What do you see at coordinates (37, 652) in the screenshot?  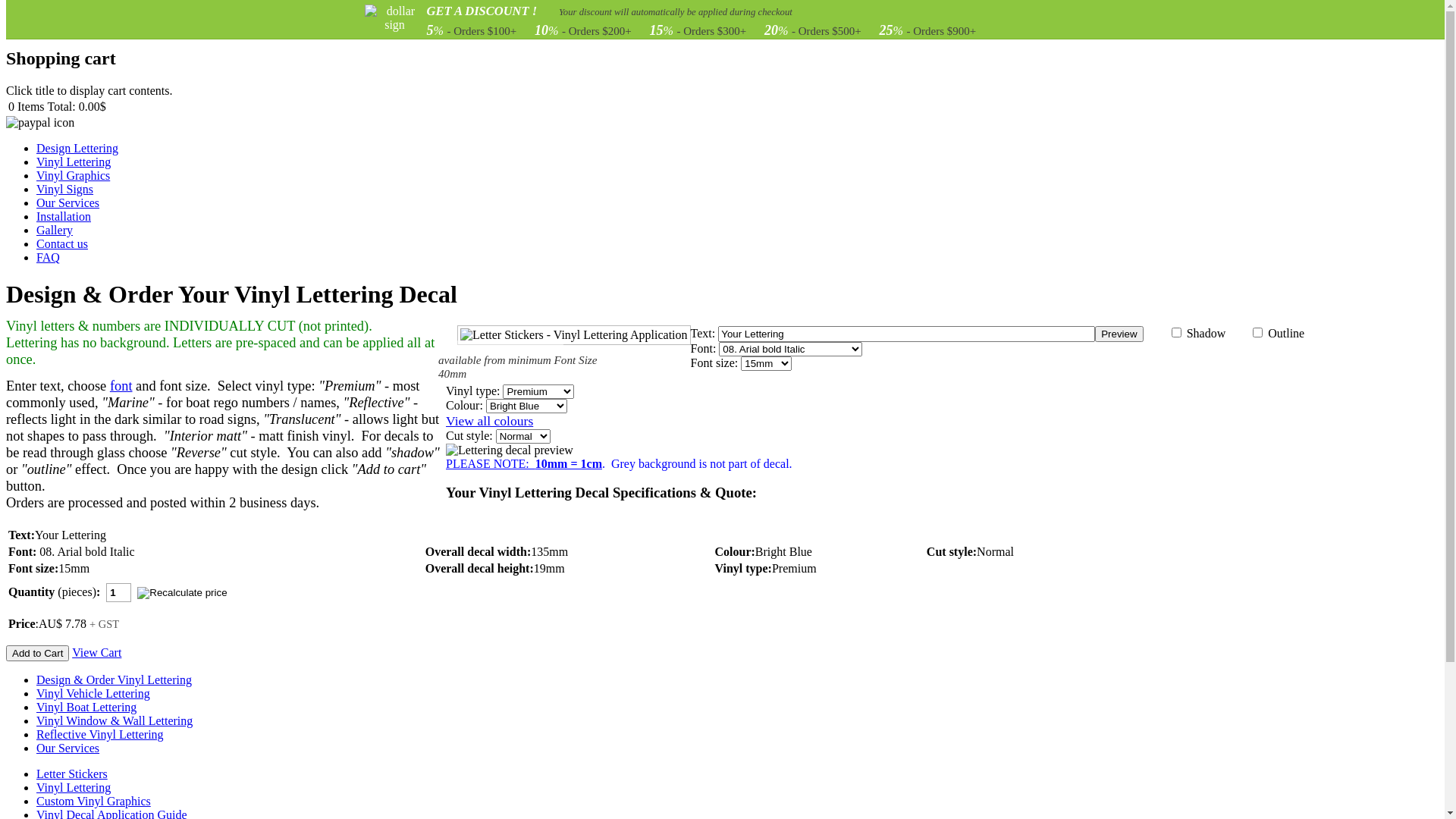 I see `'Add your lettering decal to the shopping cart'` at bounding box center [37, 652].